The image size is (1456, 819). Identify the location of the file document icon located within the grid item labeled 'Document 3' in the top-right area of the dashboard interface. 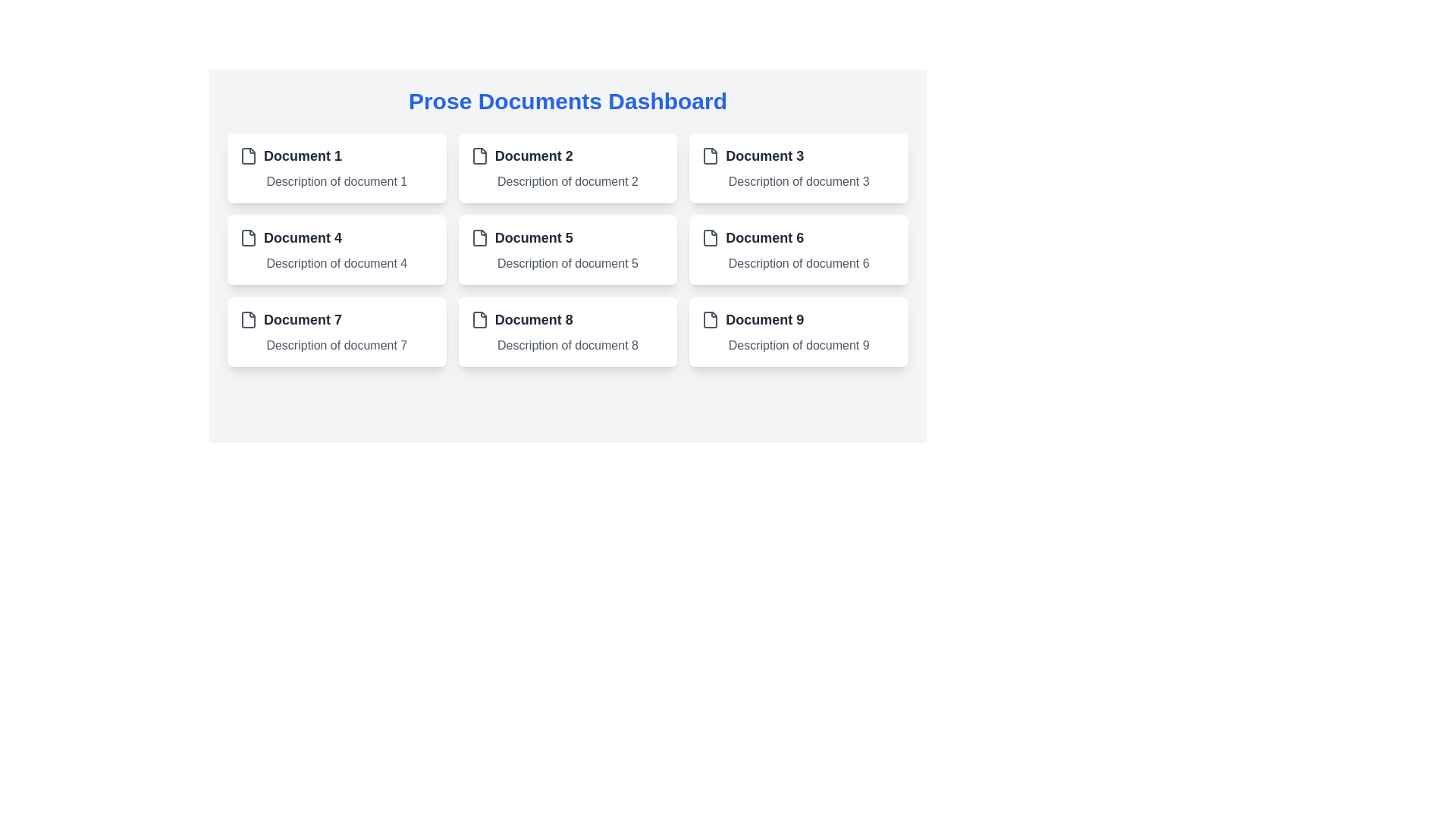
(710, 155).